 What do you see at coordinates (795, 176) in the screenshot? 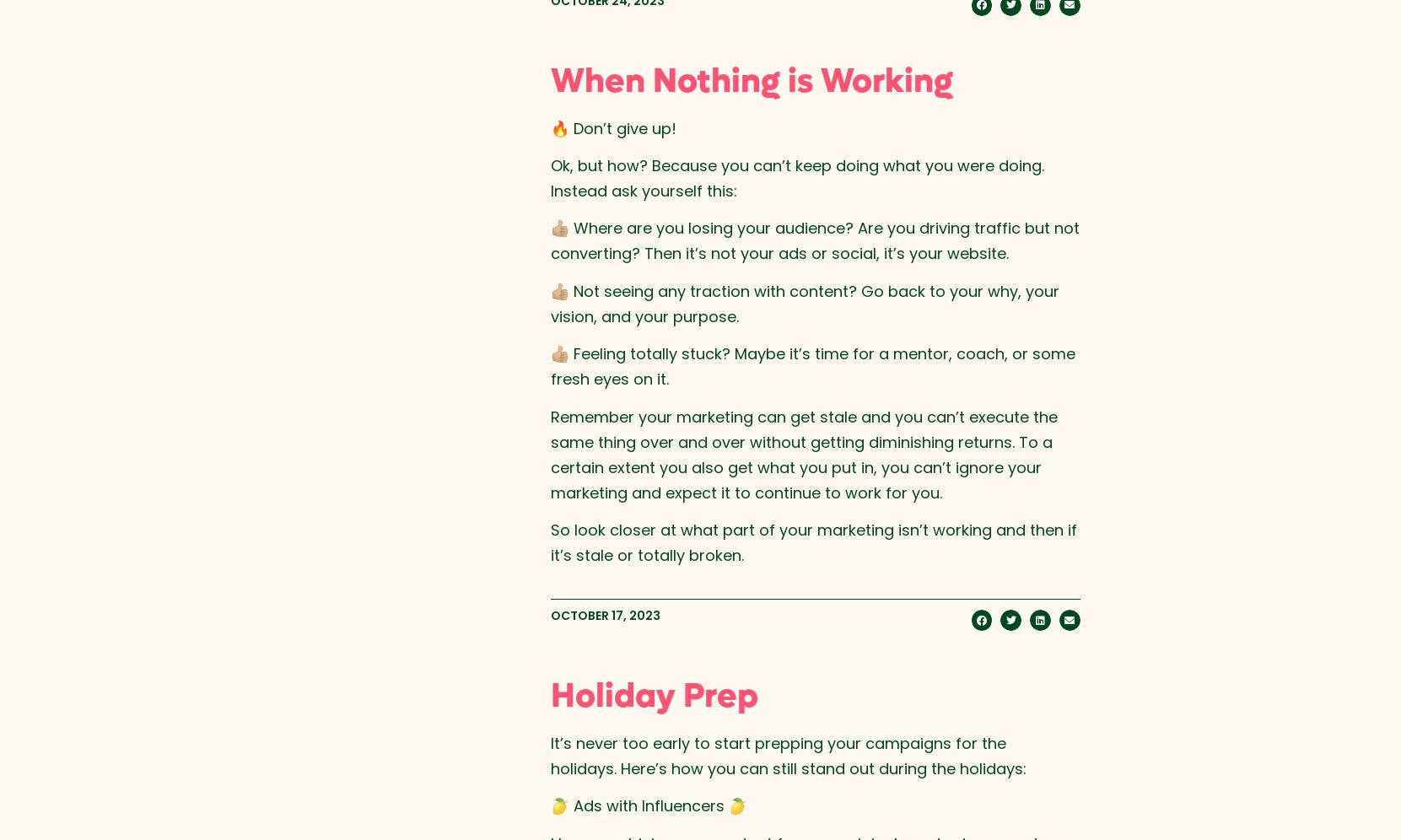
I see `'Ok, but how? Because you can’t keep doing what you were doing. Instead ask yourself this:'` at bounding box center [795, 176].